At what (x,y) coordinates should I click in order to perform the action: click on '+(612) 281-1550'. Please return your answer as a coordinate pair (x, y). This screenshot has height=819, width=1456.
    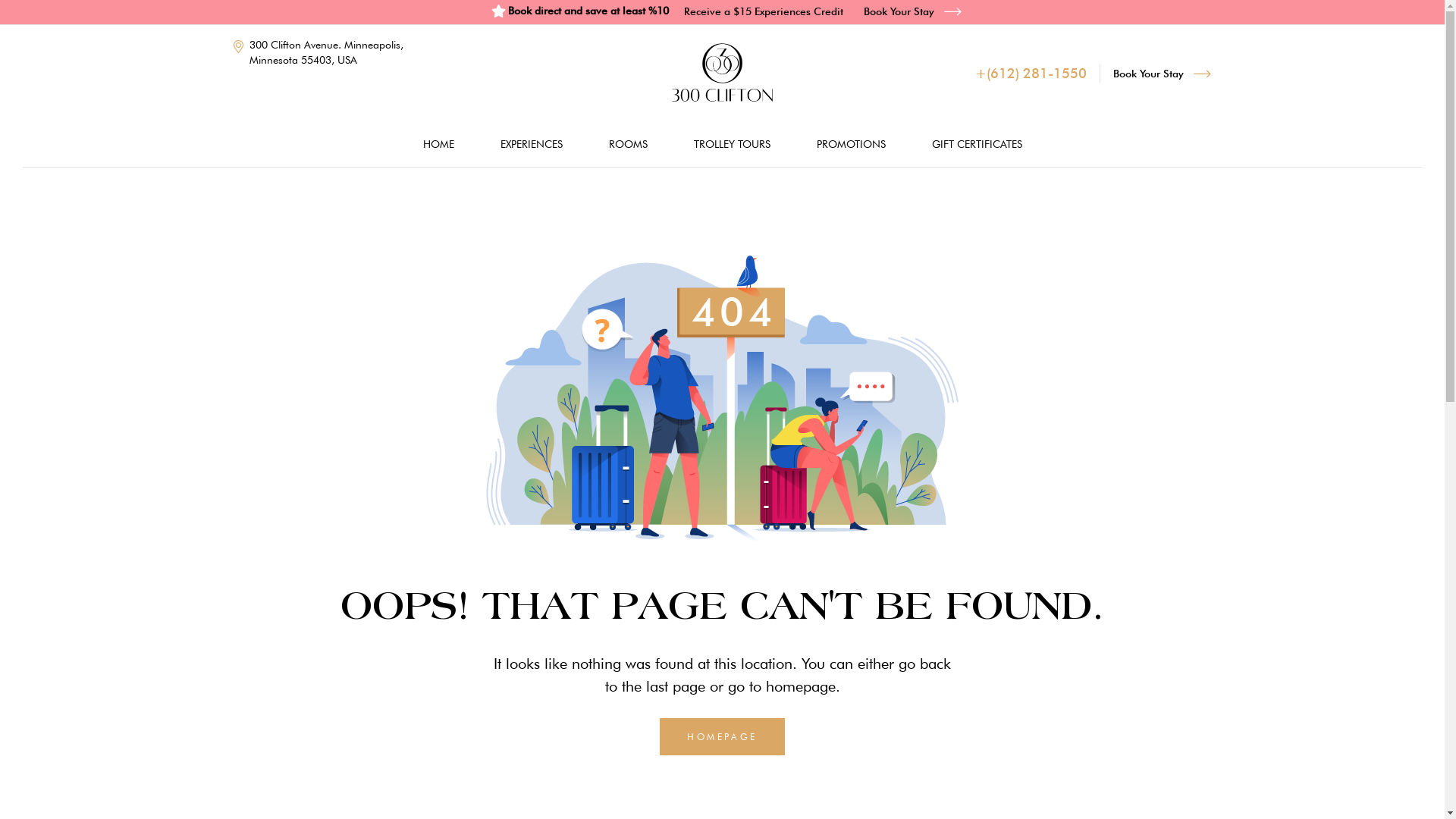
    Looking at the image, I should click on (975, 73).